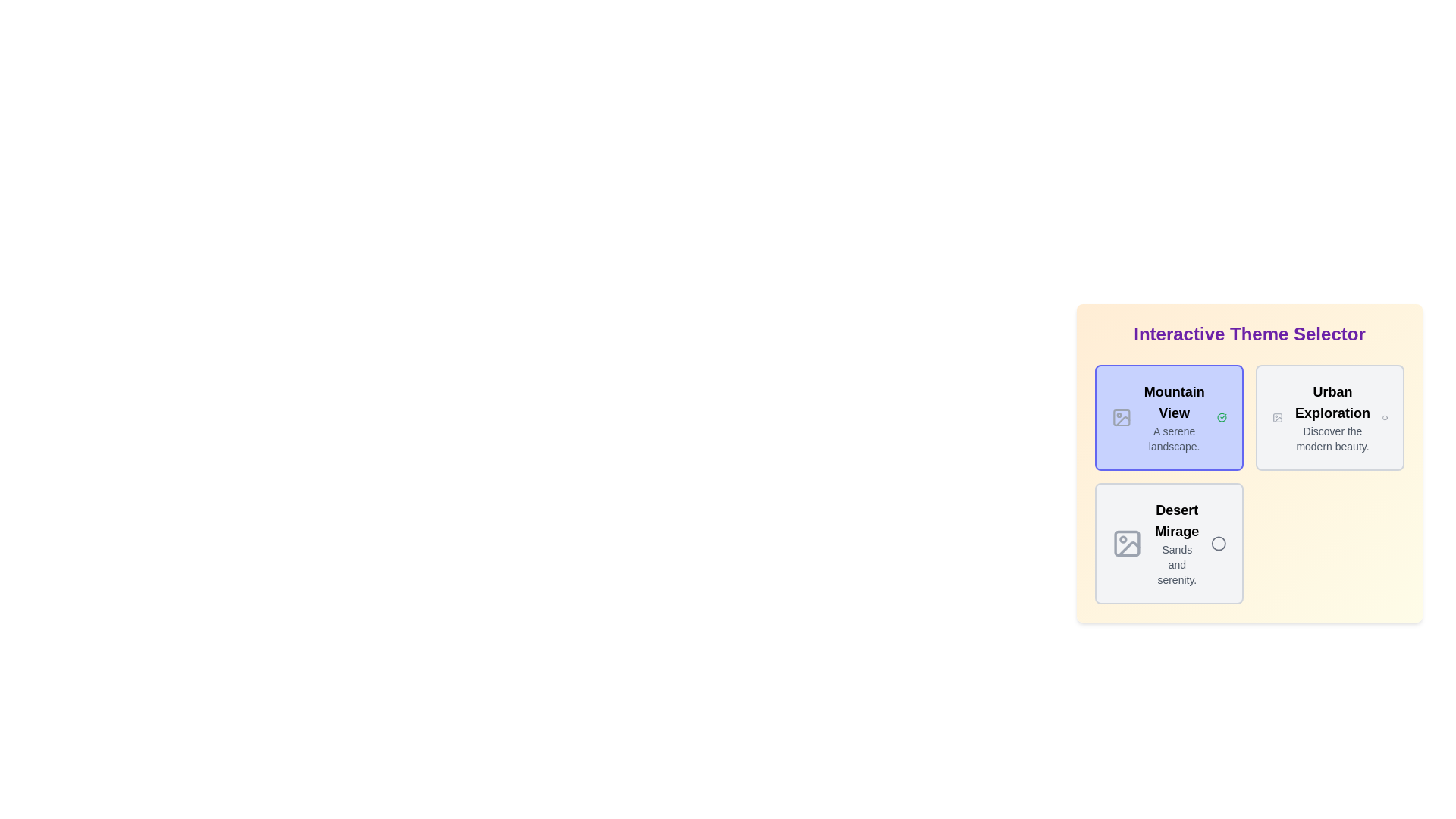 This screenshot has width=1456, height=819. Describe the element at coordinates (1329, 418) in the screenshot. I see `the chip corresponding to Urban Exploration` at that location.